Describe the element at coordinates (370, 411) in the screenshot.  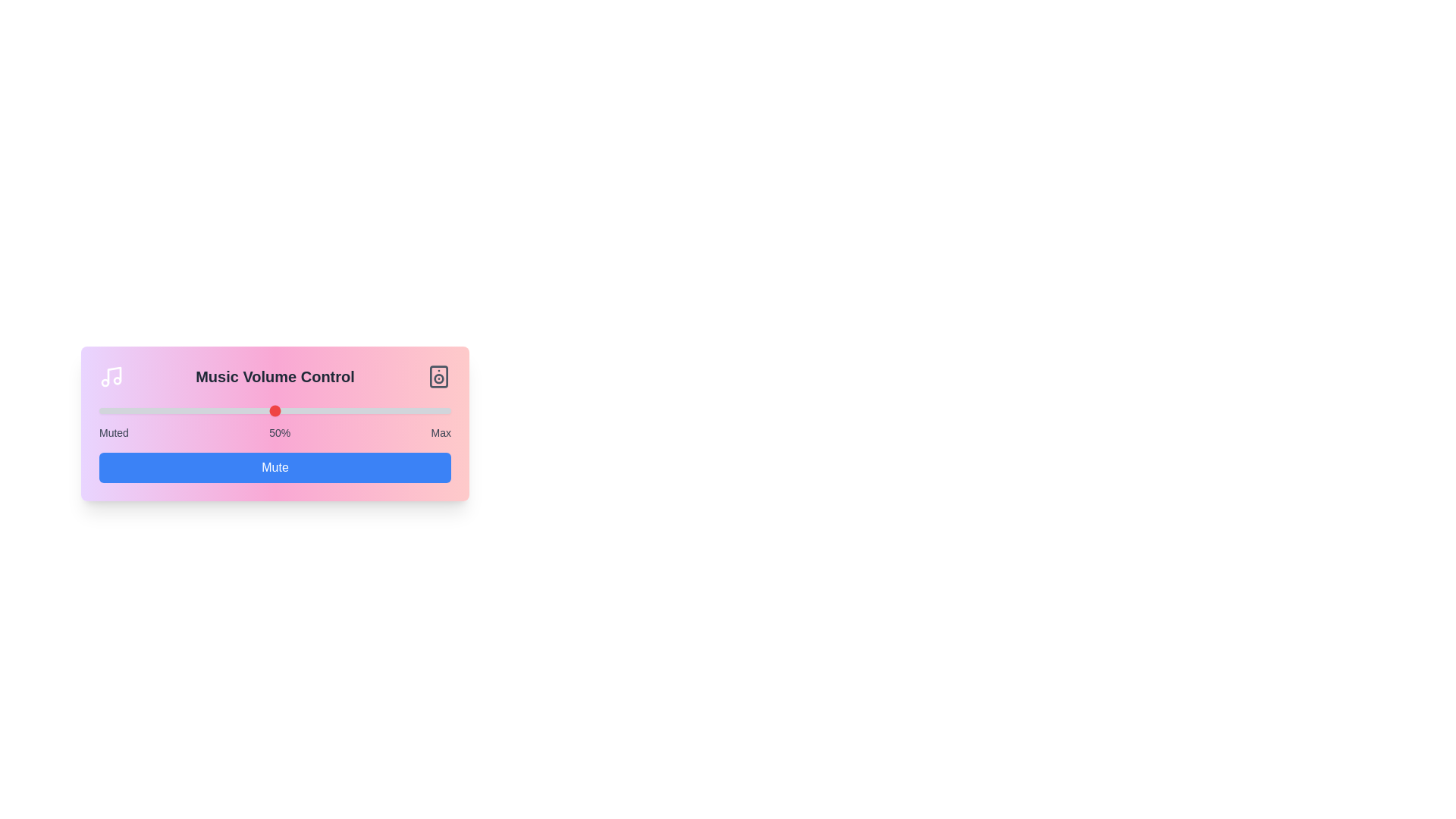
I see `the volume slider to 77%` at that location.